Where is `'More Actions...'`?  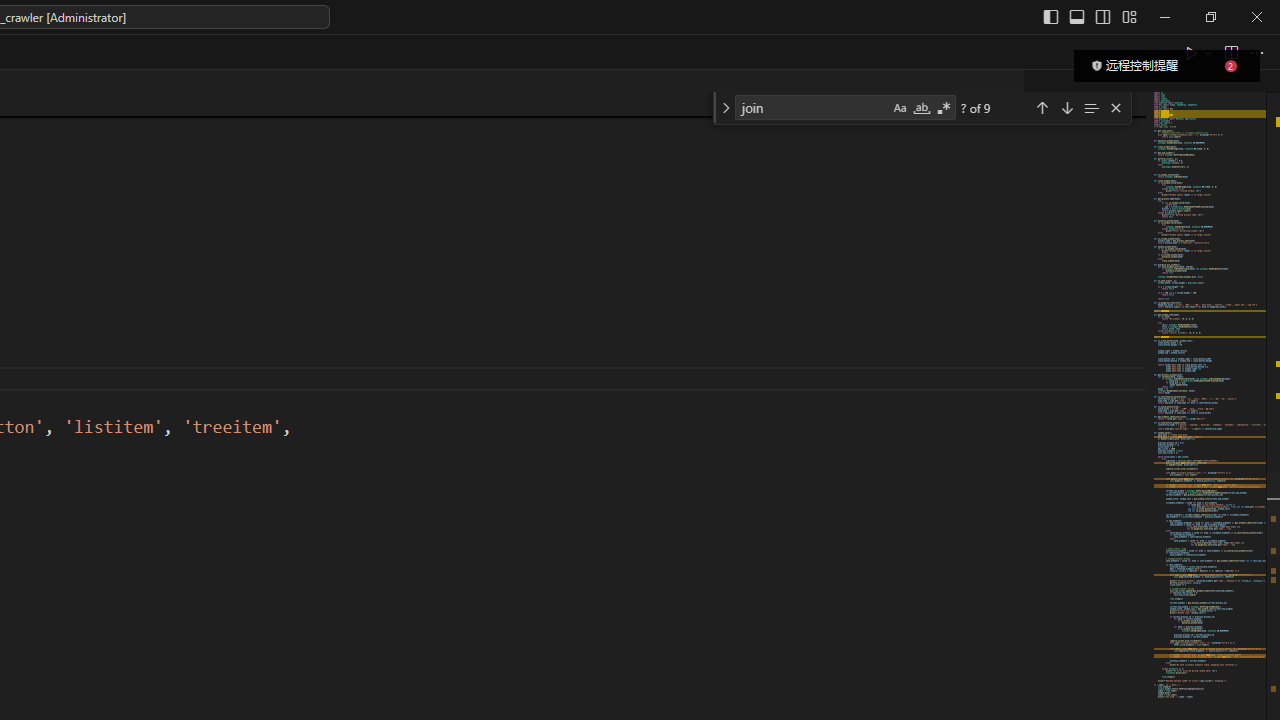
'More Actions...' is located at coordinates (1255, 51).